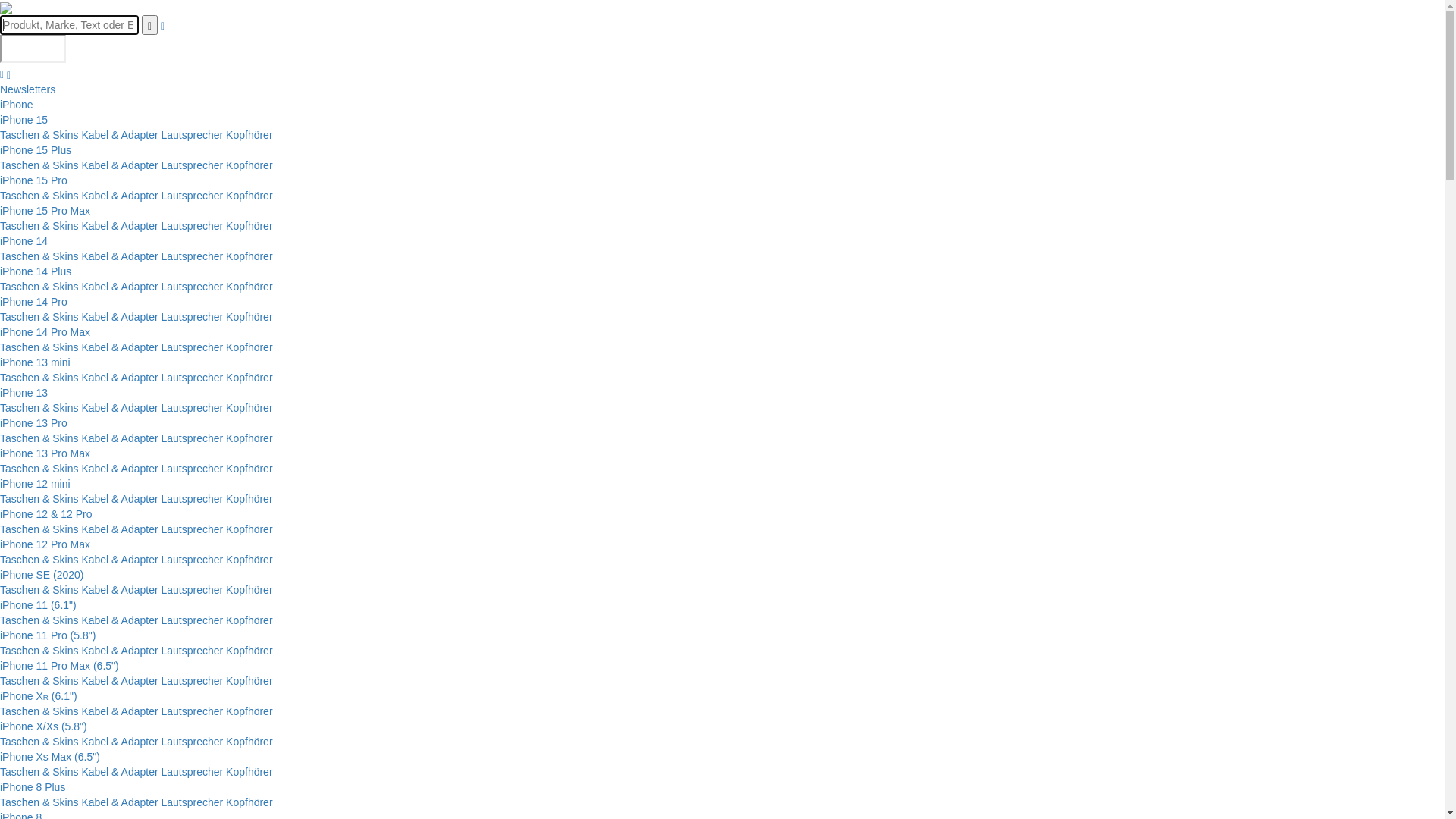 The image size is (1456, 819). Describe the element at coordinates (45, 331) in the screenshot. I see `'iPhone 14 Pro Max'` at that location.